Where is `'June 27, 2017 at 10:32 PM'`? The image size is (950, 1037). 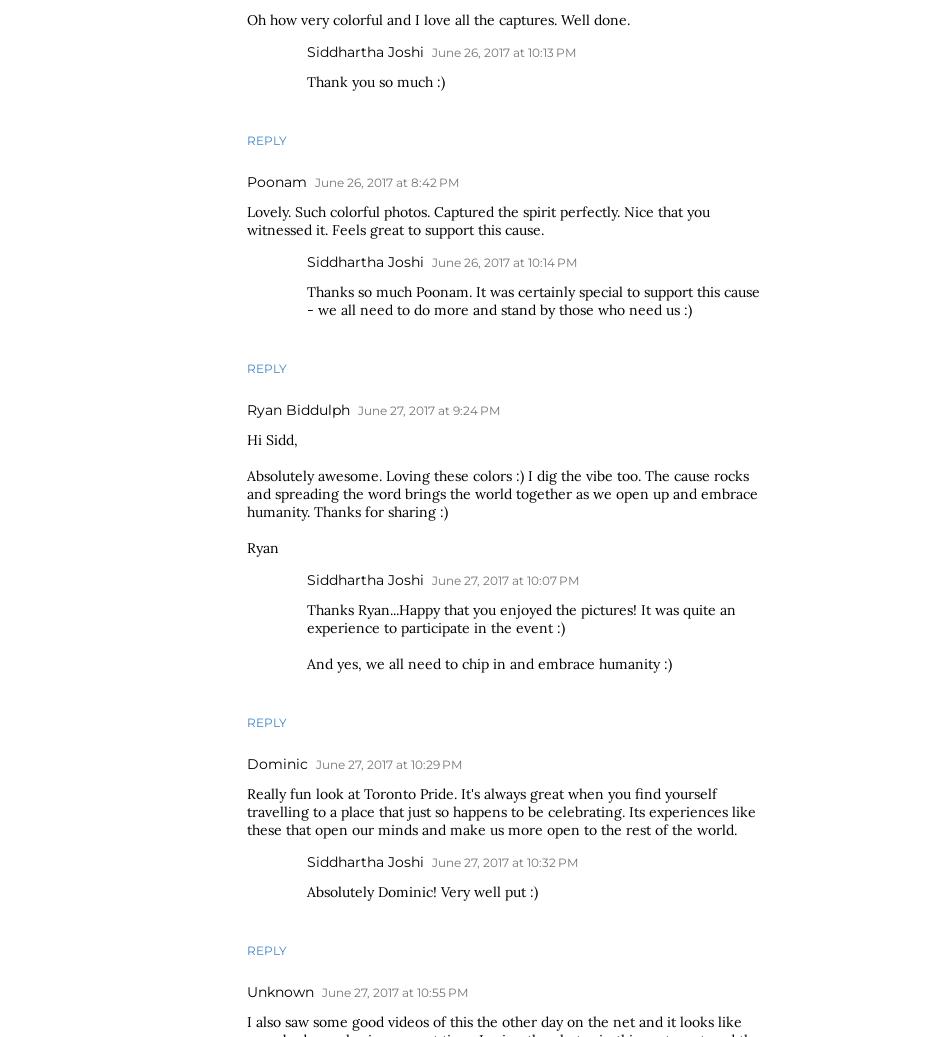
'June 27, 2017 at 10:32 PM' is located at coordinates (505, 862).